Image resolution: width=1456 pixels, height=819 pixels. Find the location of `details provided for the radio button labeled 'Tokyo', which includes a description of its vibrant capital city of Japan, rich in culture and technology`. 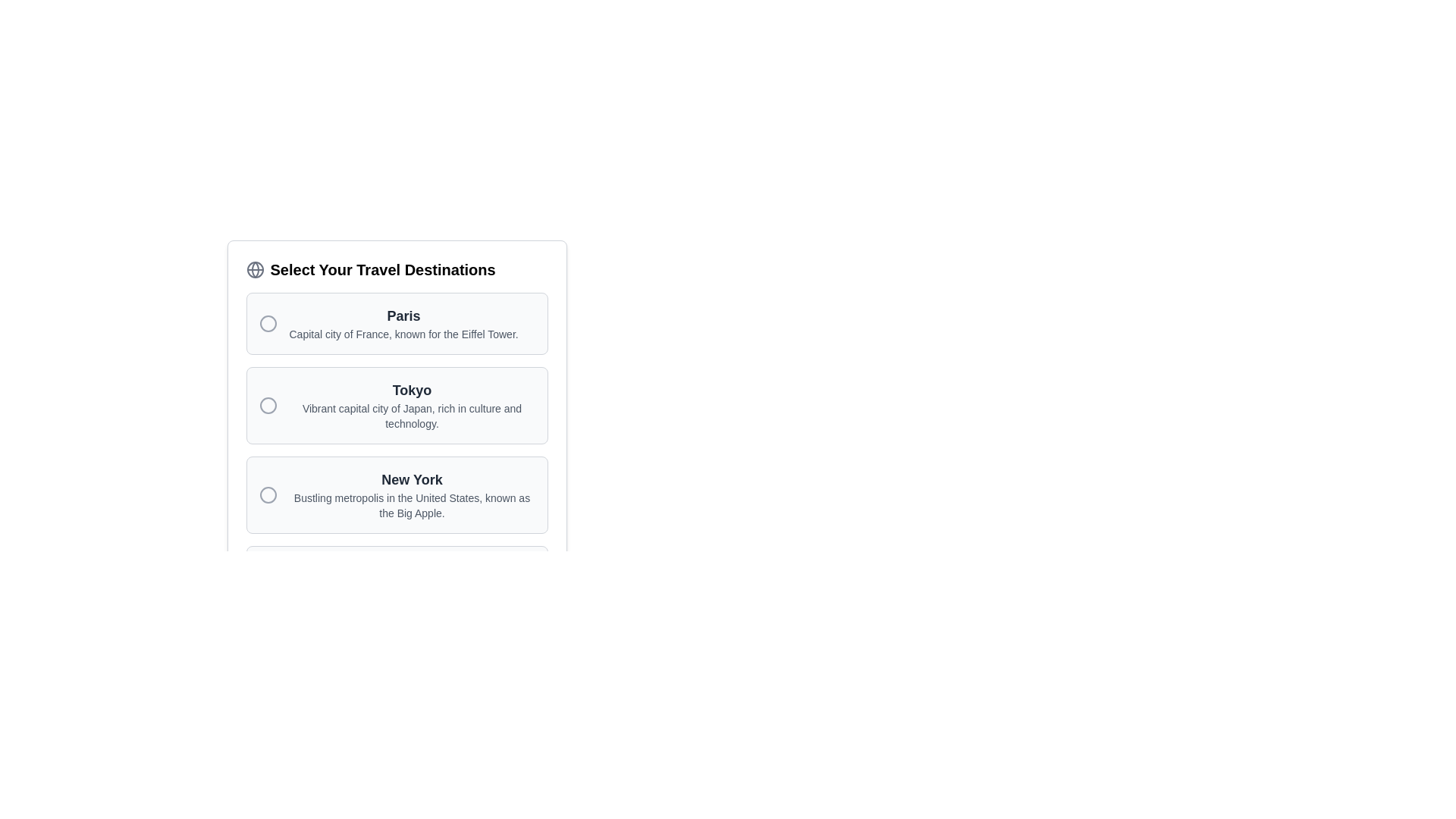

details provided for the radio button labeled 'Tokyo', which includes a description of its vibrant capital city of Japan, rich in culture and technology is located at coordinates (397, 405).